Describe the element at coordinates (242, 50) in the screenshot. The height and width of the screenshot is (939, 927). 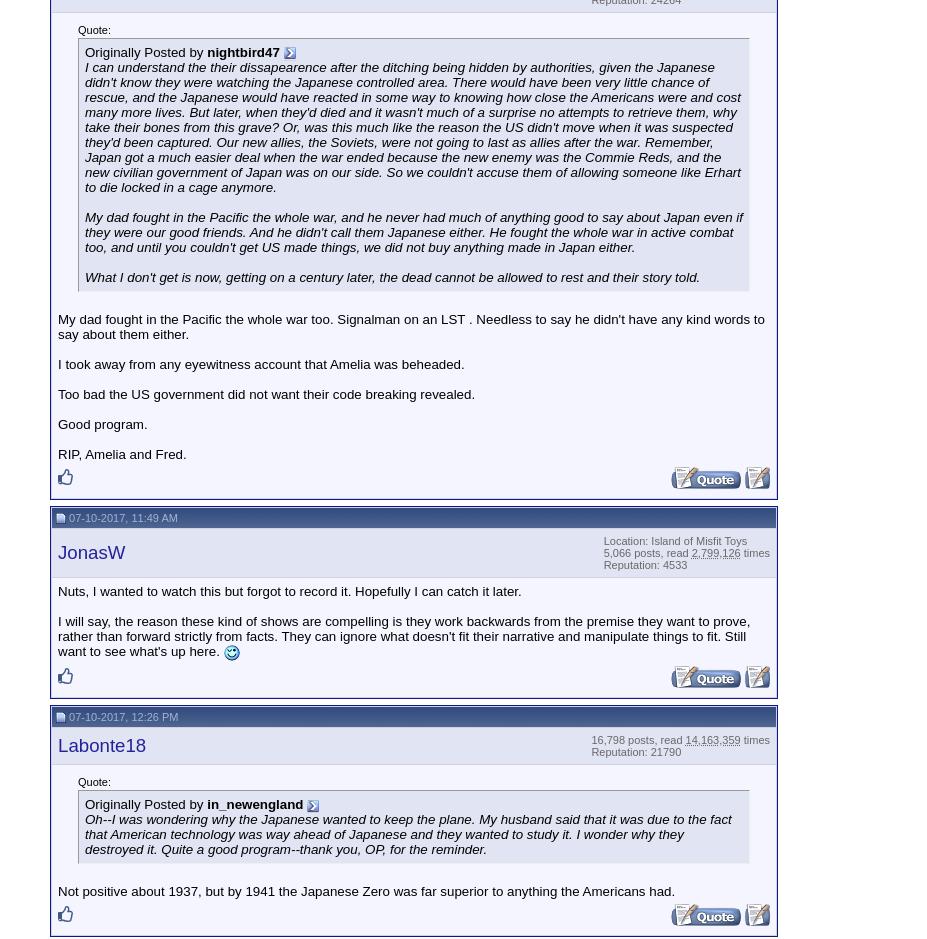
I see `'nightbird47'` at that location.